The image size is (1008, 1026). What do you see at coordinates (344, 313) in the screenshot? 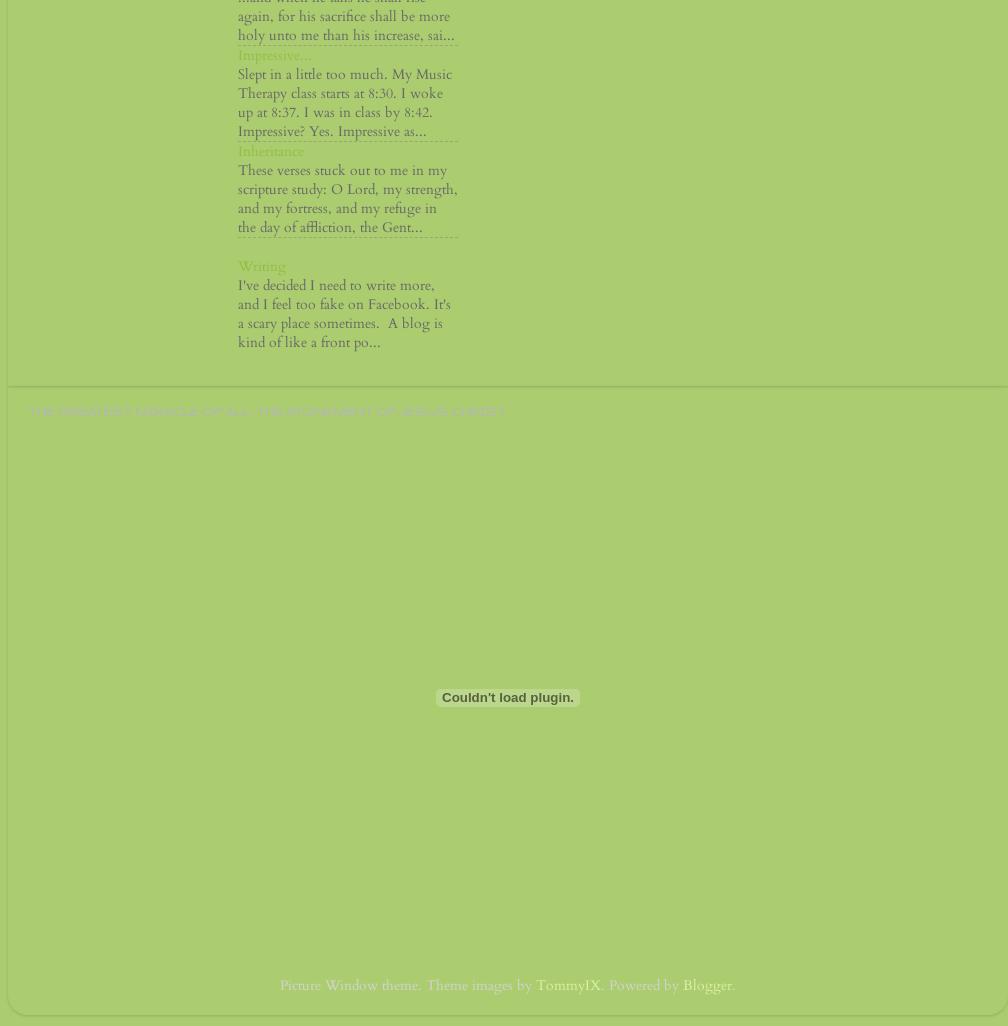
I see `'I've decided I need to write more, and I feel too fake on Facebook. It's a scary place sometimes.  A blog is kind of like a front po...'` at bounding box center [344, 313].